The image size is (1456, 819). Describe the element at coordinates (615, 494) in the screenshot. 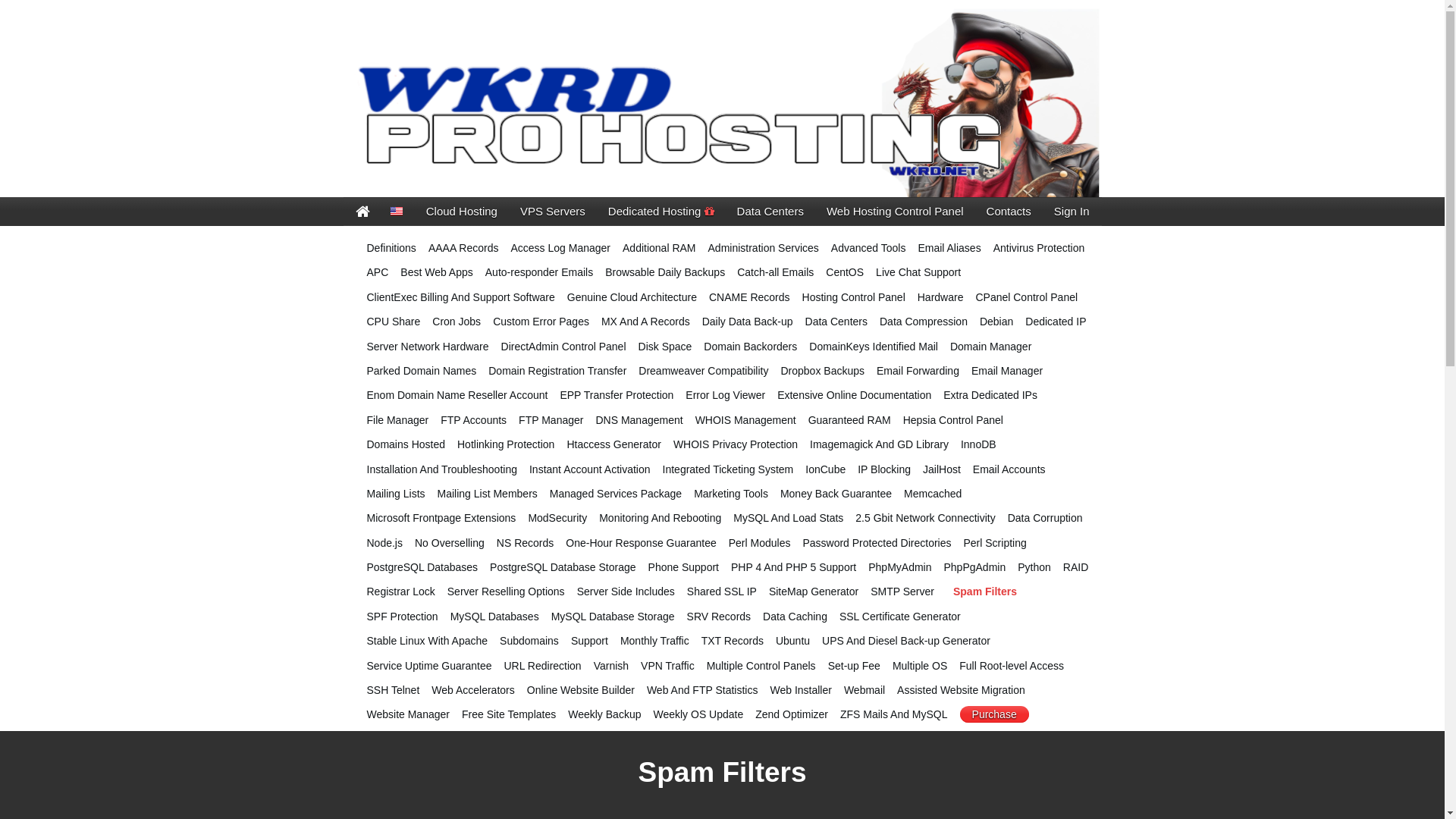

I see `'Managed Services Package'` at that location.